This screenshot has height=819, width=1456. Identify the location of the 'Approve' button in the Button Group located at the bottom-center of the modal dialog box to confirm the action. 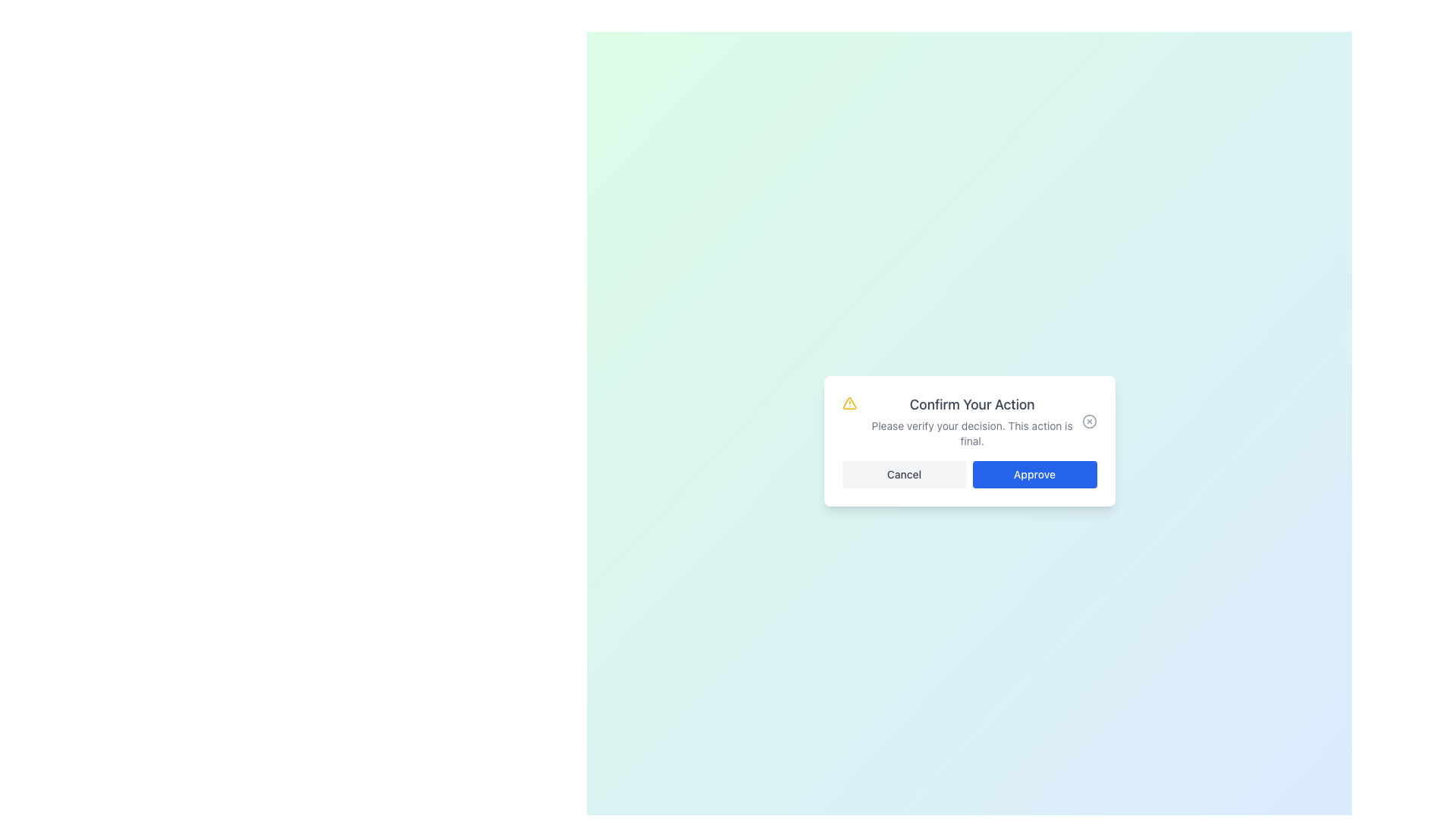
(968, 473).